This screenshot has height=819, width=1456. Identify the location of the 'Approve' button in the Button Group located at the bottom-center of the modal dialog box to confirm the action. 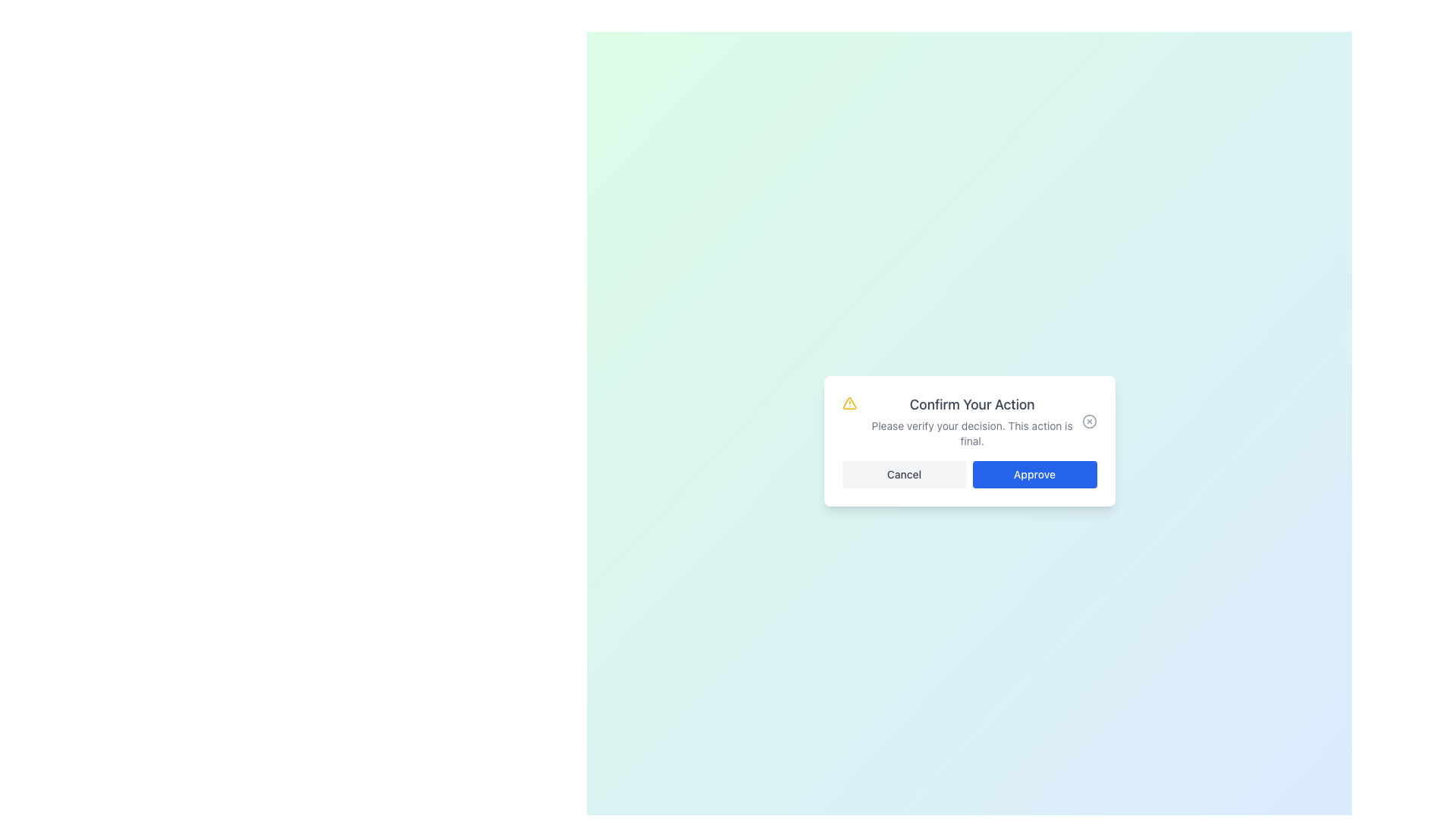
(968, 473).